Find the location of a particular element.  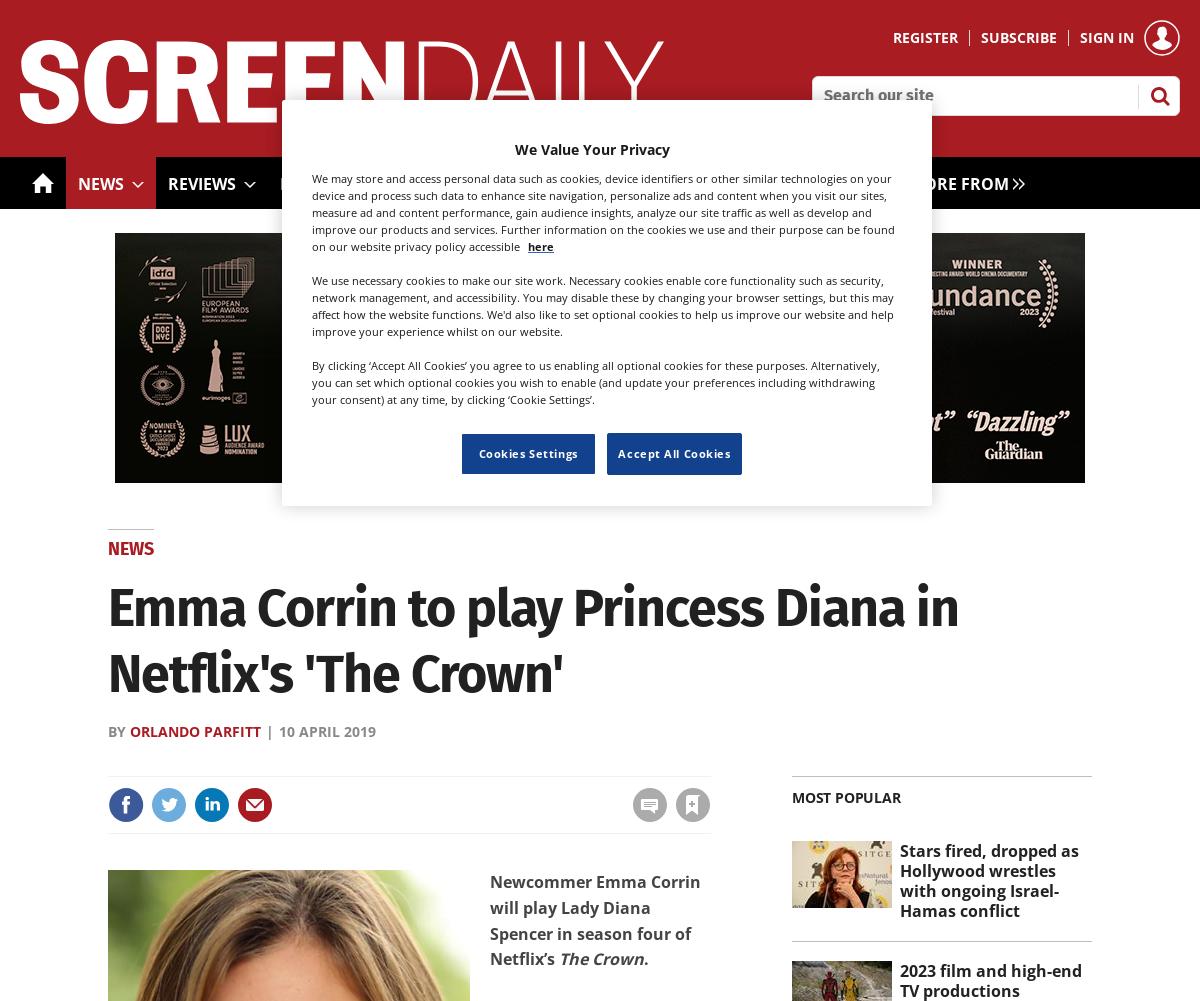

'Awards' is located at coordinates (665, 183).